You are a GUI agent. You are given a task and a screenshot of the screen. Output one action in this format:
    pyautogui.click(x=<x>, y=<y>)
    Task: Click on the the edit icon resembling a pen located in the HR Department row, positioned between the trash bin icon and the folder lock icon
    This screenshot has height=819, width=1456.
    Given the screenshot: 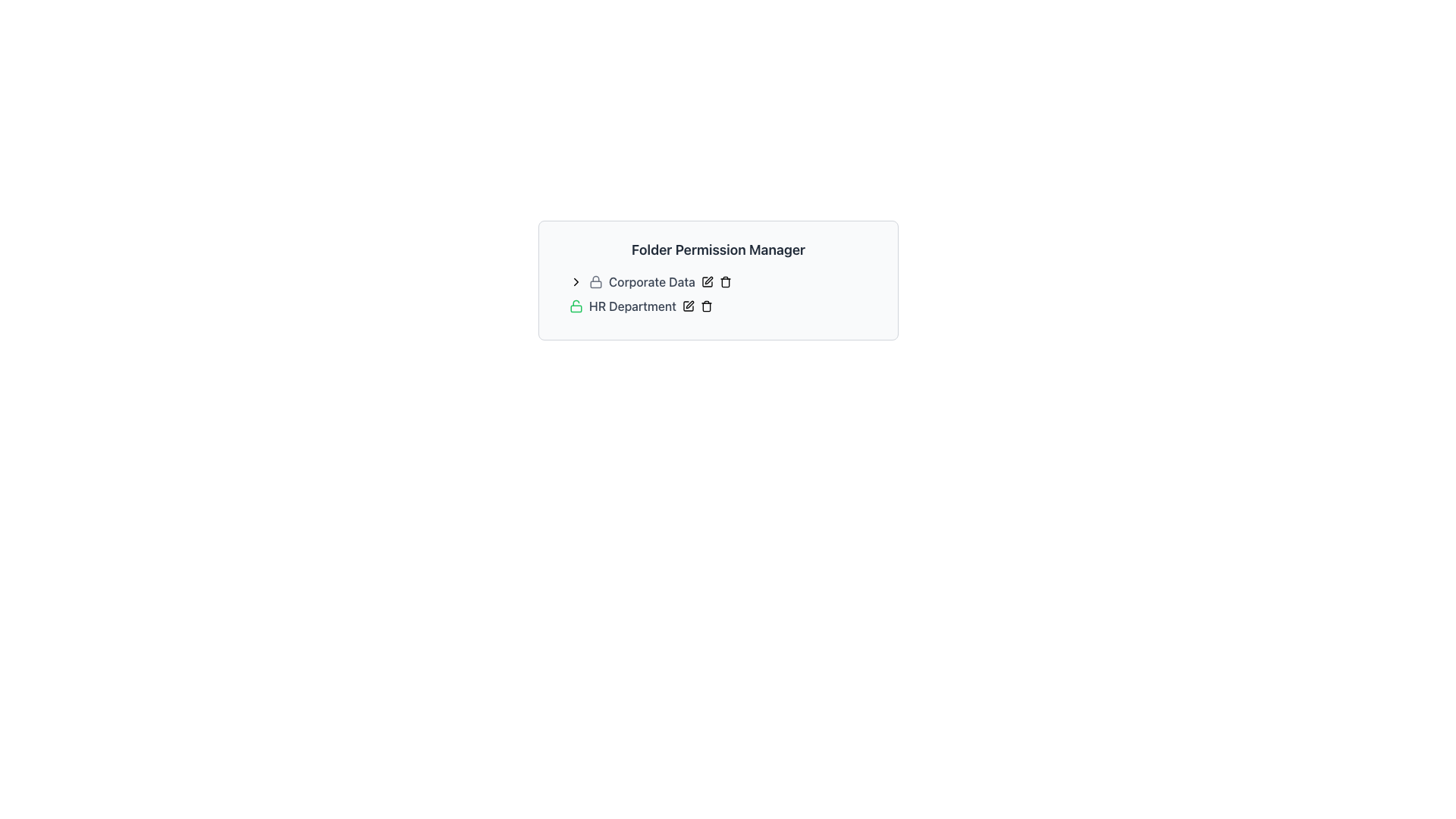 What is the action you would take?
    pyautogui.click(x=687, y=306)
    